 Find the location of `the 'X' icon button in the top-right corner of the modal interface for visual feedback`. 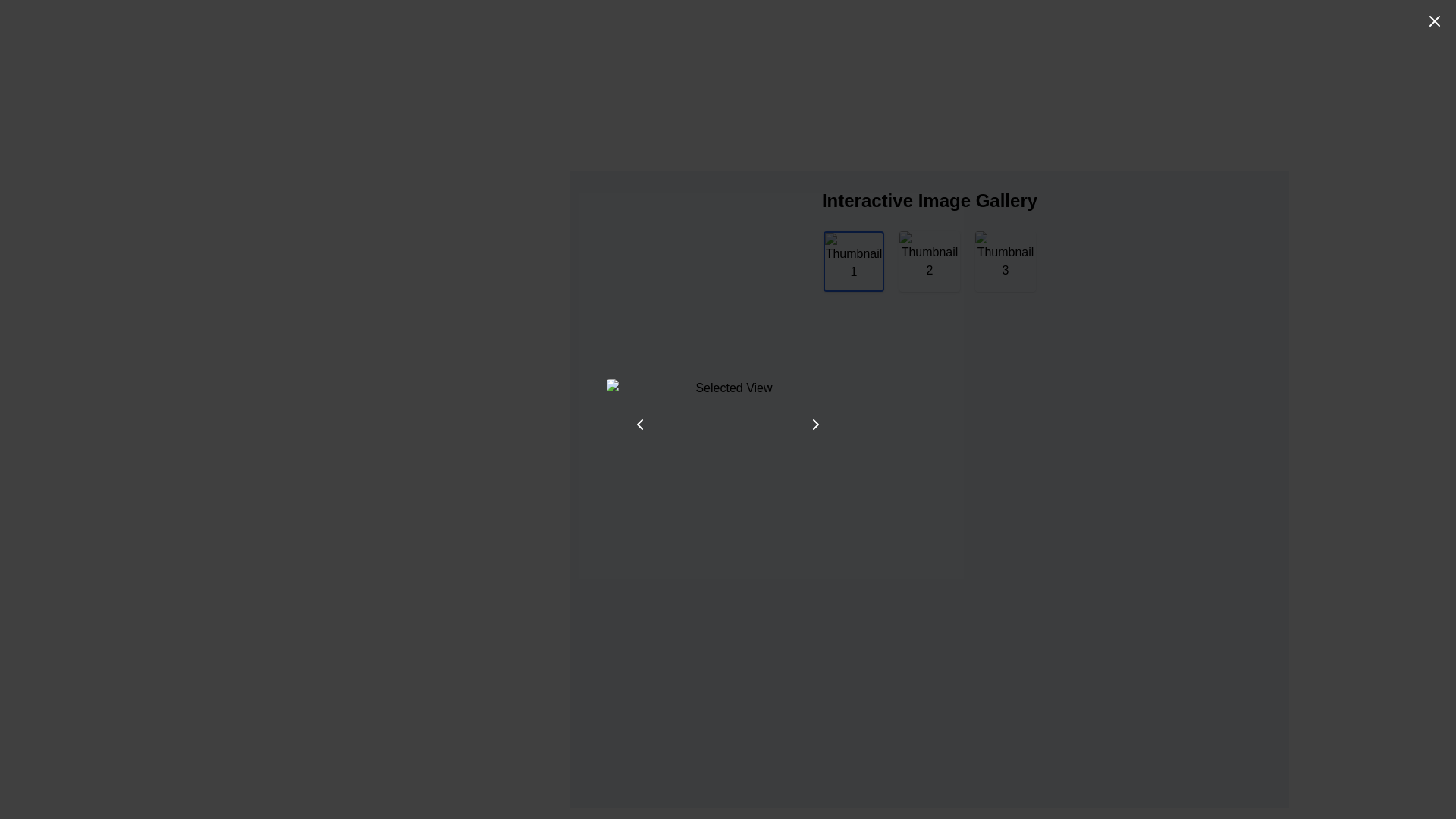

the 'X' icon button in the top-right corner of the modal interface for visual feedback is located at coordinates (1433, 20).